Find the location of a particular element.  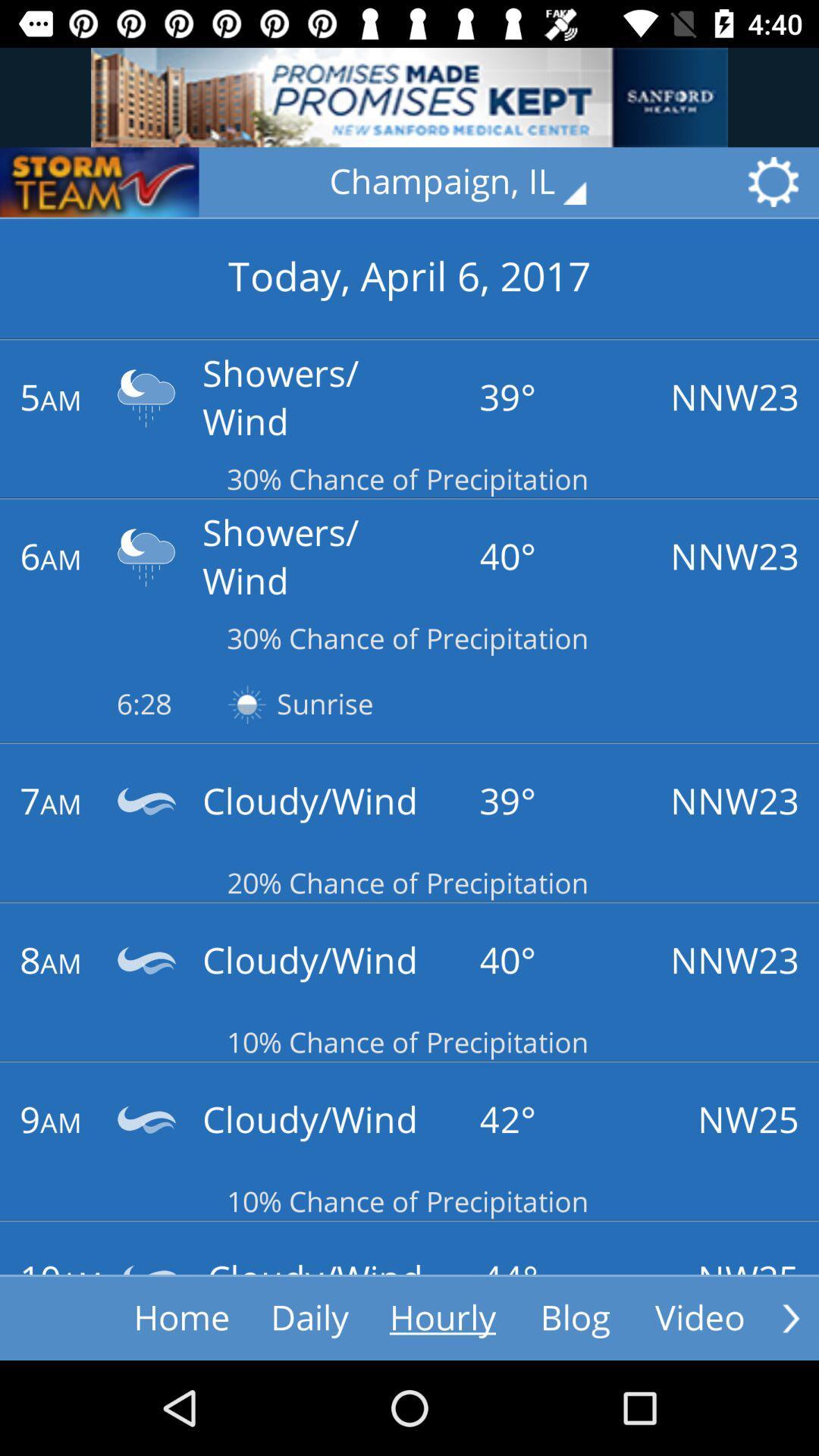

next page is located at coordinates (790, 1317).